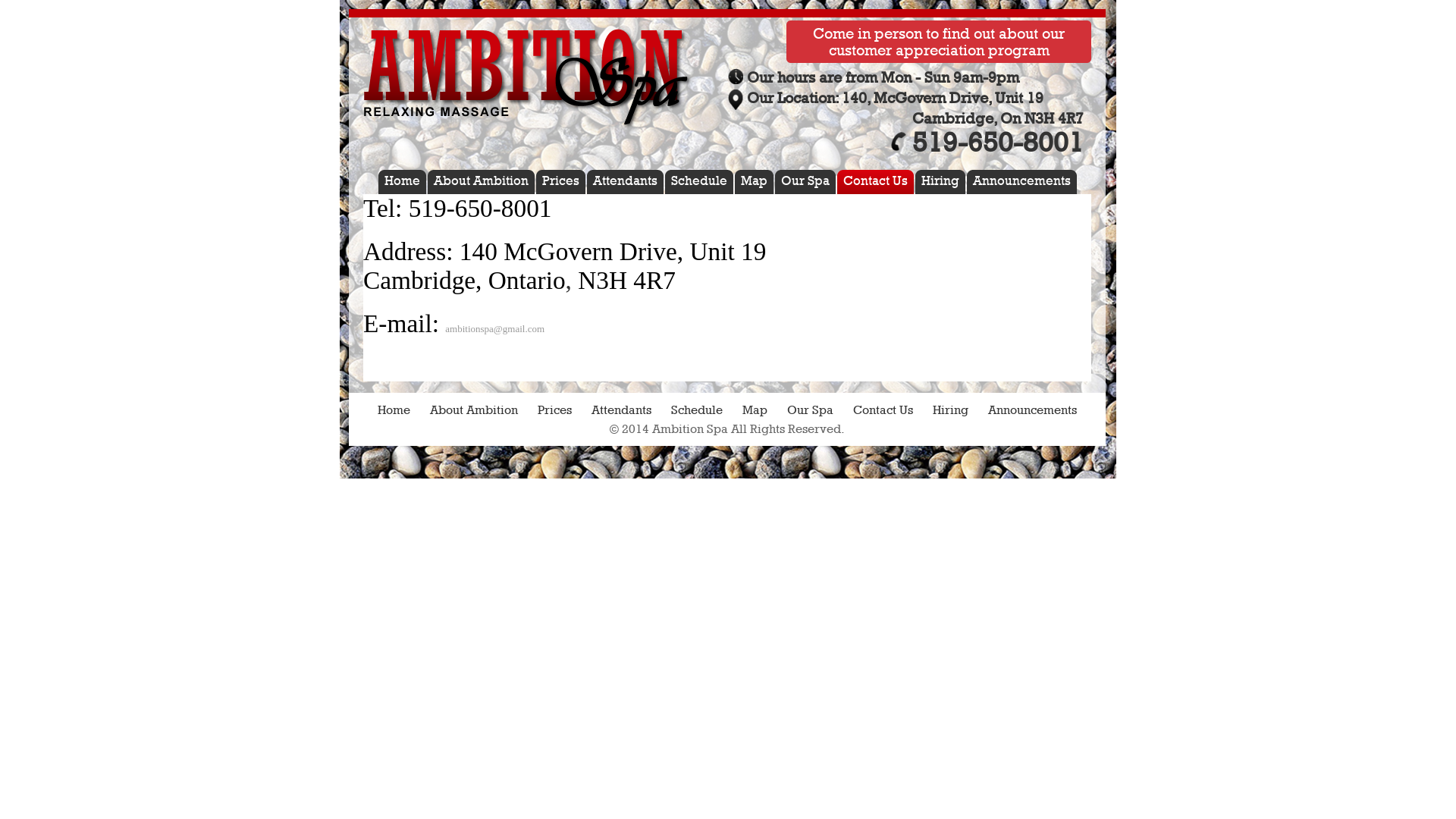 This screenshot has width=1456, height=819. I want to click on 'About Ambition', so click(483, 180).